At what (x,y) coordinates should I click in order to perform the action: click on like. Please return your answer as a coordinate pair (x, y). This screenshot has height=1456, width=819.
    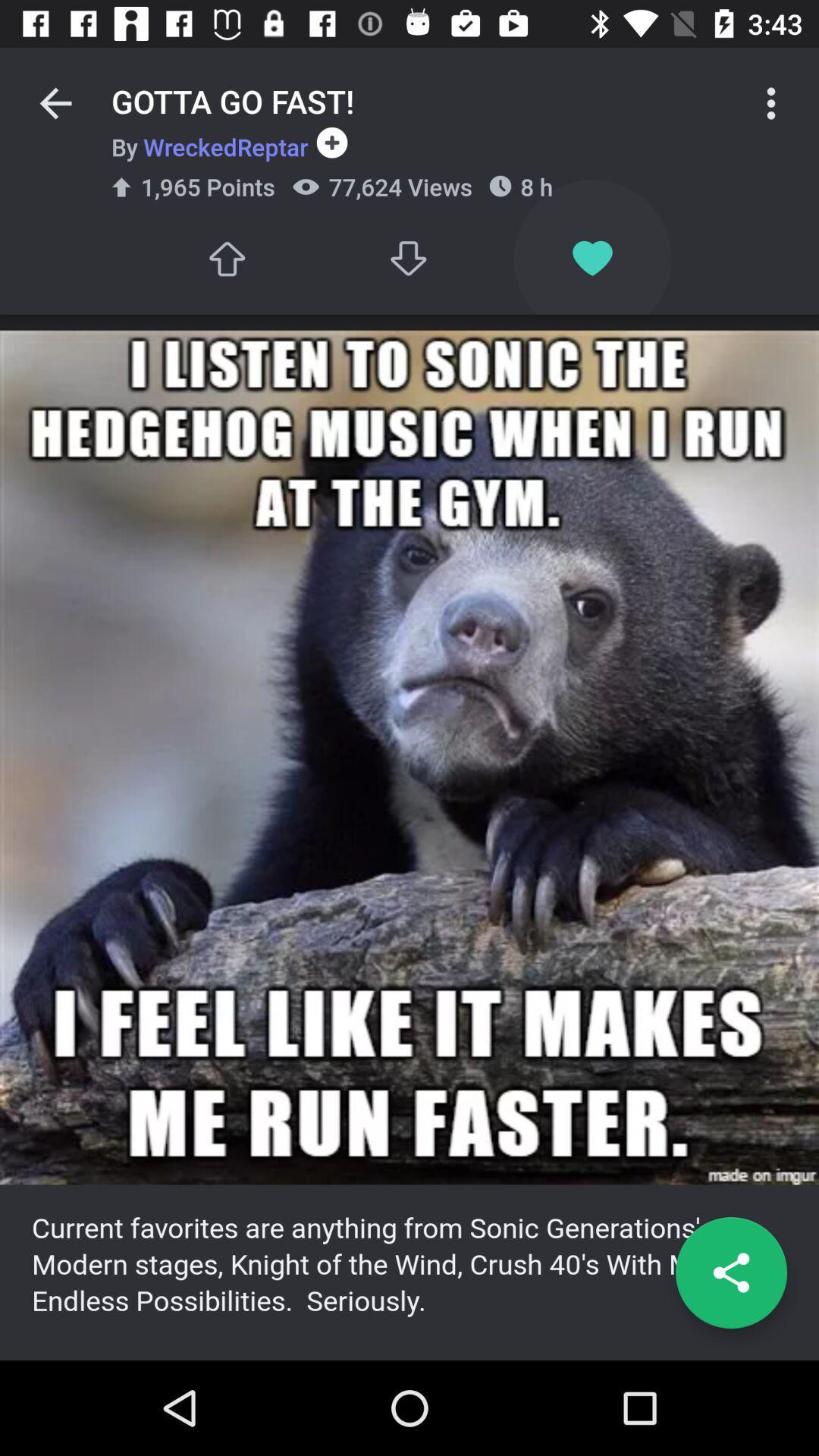
    Looking at the image, I should click on (226, 259).